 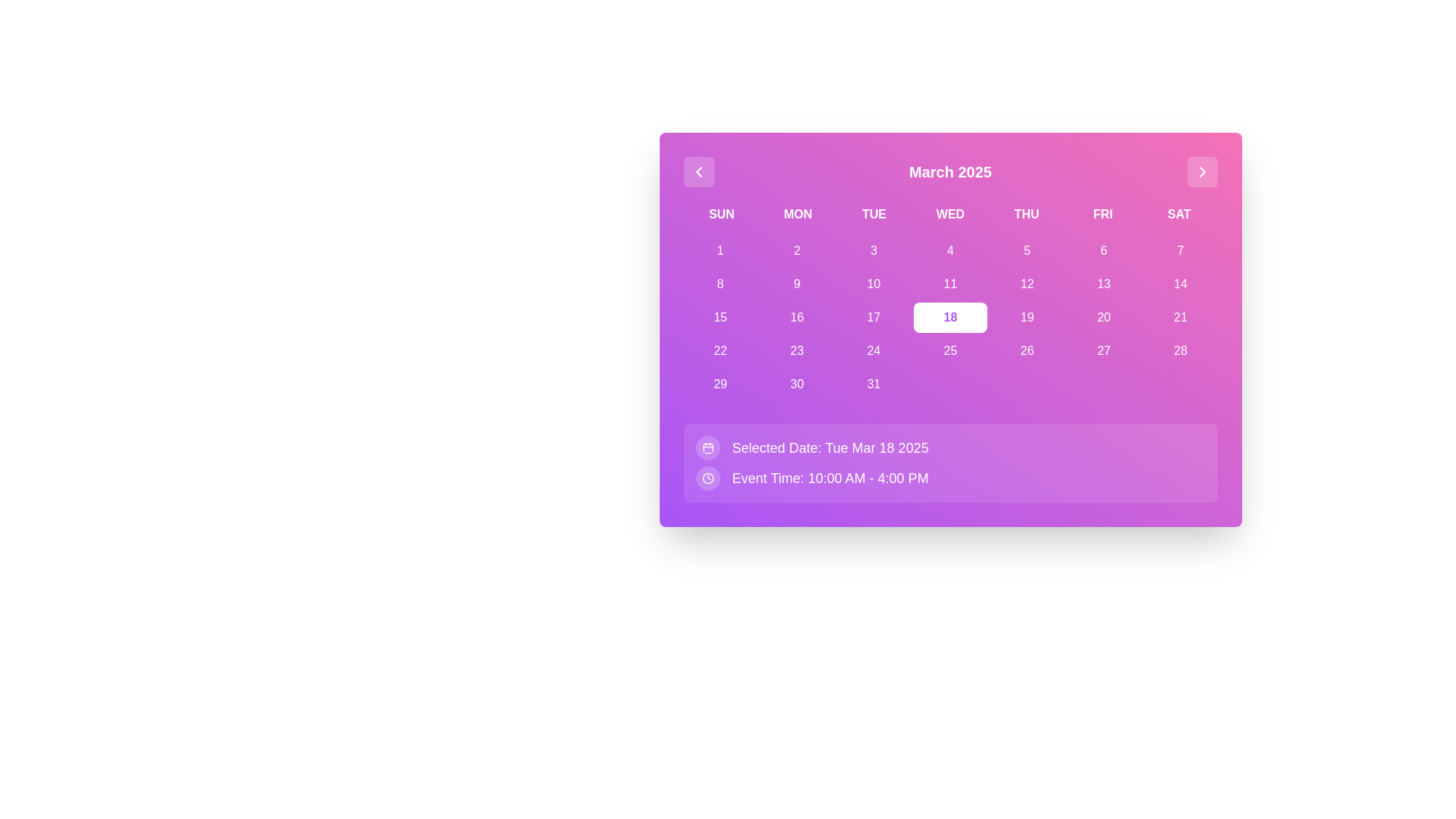 What do you see at coordinates (874, 250) in the screenshot?
I see `the button representing the date '3'` at bounding box center [874, 250].